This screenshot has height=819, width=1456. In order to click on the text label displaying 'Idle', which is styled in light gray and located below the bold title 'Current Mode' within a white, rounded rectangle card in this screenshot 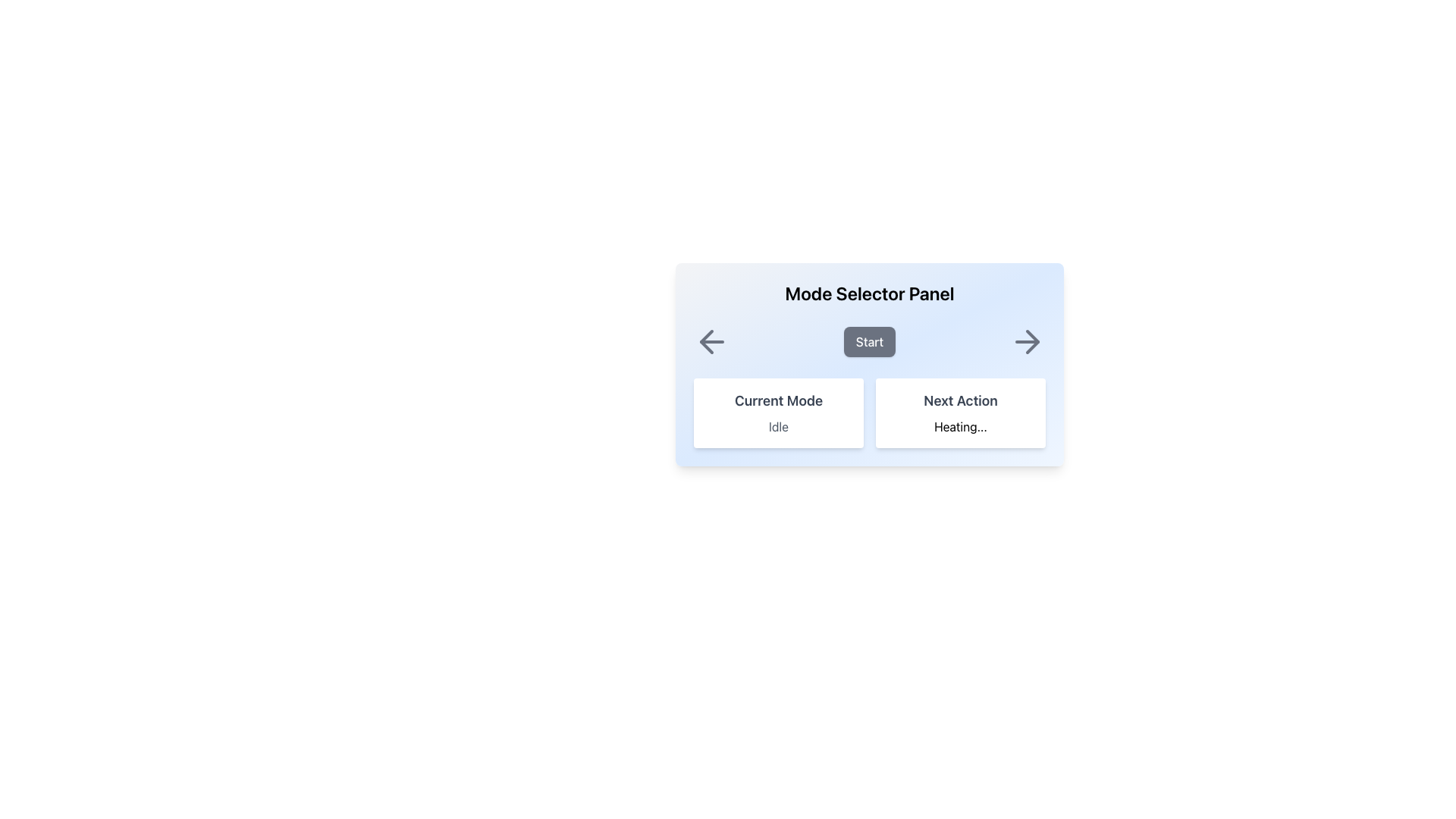, I will do `click(779, 427)`.